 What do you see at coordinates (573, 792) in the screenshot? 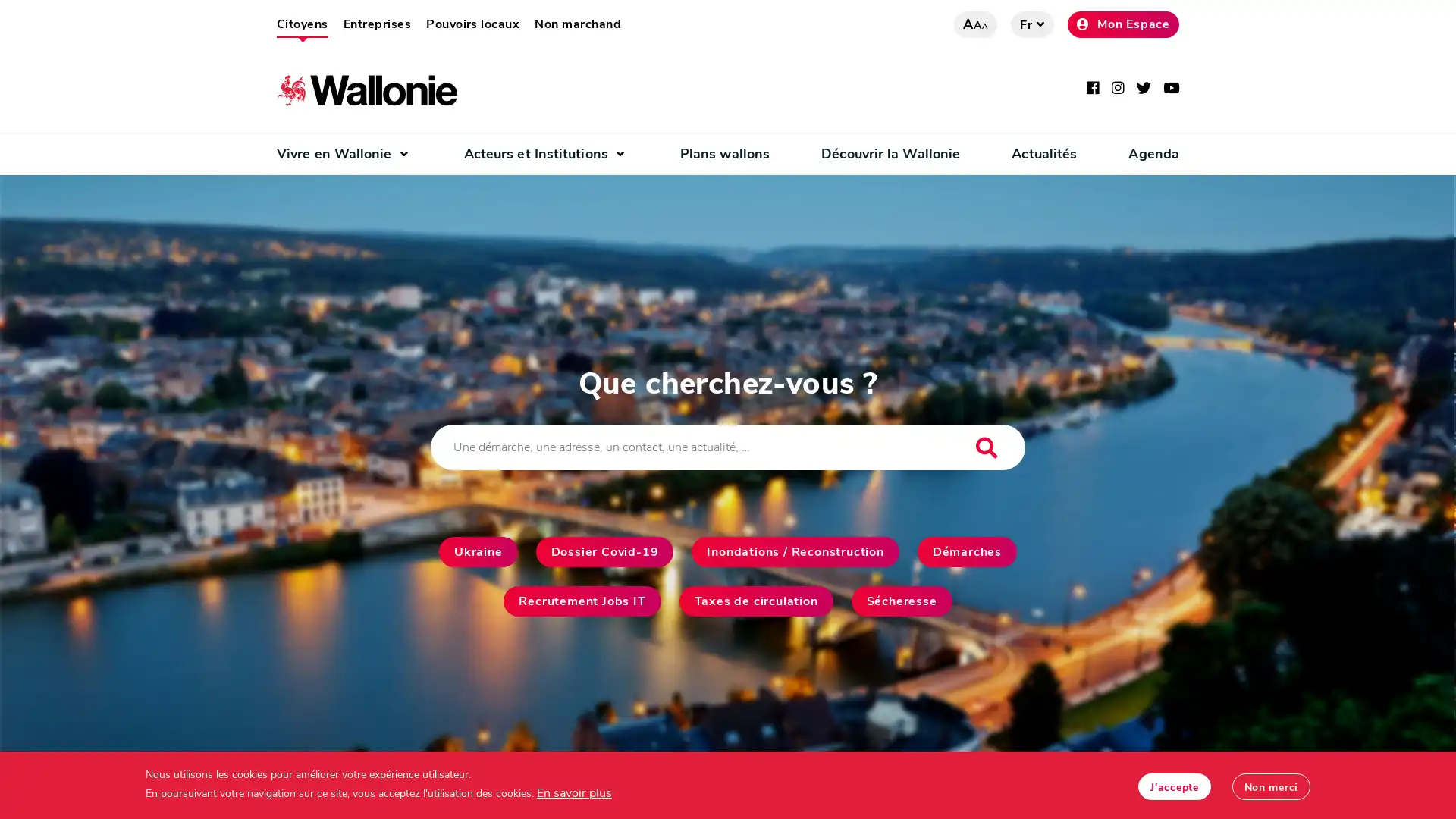
I see `En savoir plus` at bounding box center [573, 792].